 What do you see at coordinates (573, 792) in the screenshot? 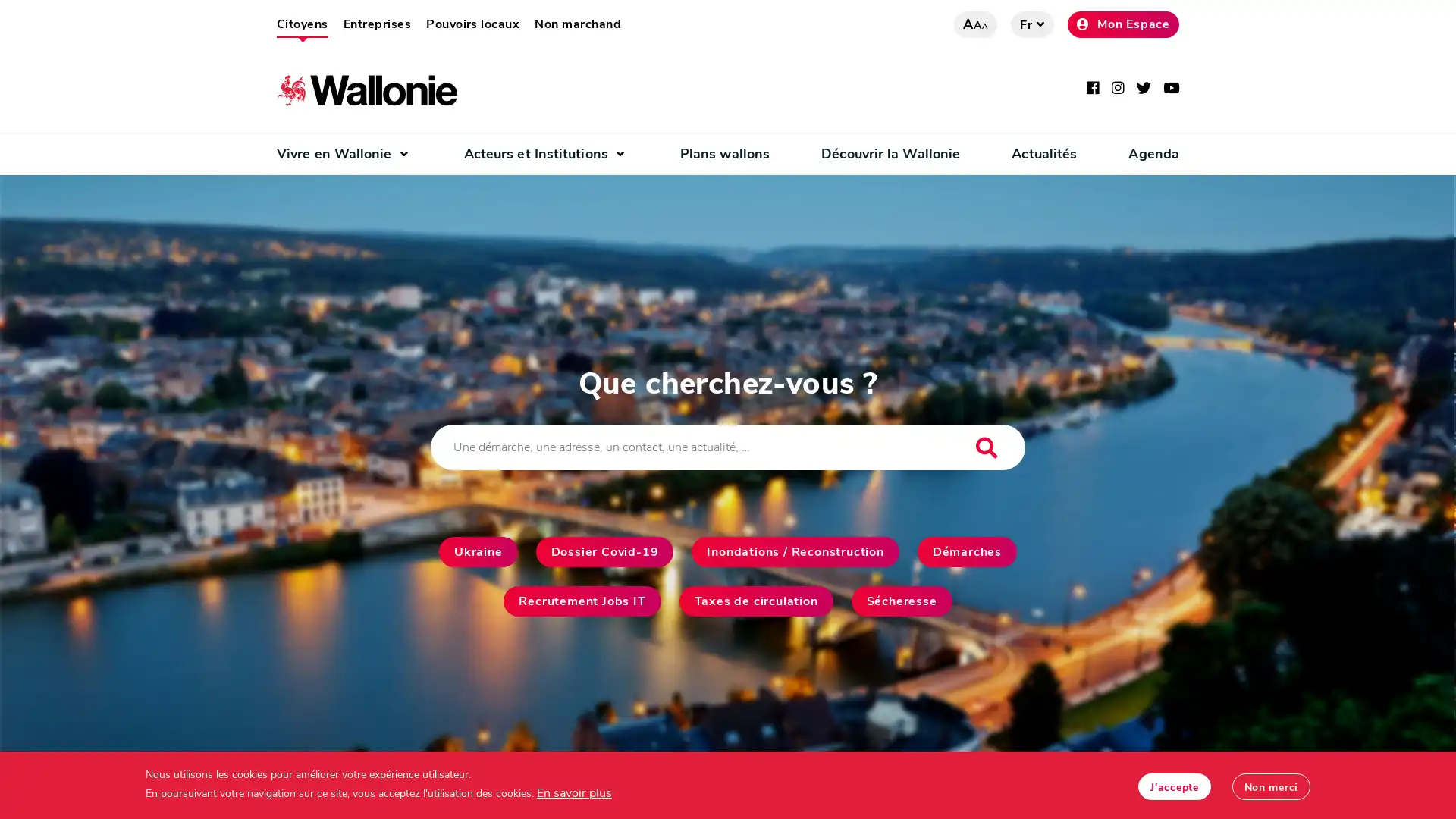
I see `En savoir plus` at bounding box center [573, 792].